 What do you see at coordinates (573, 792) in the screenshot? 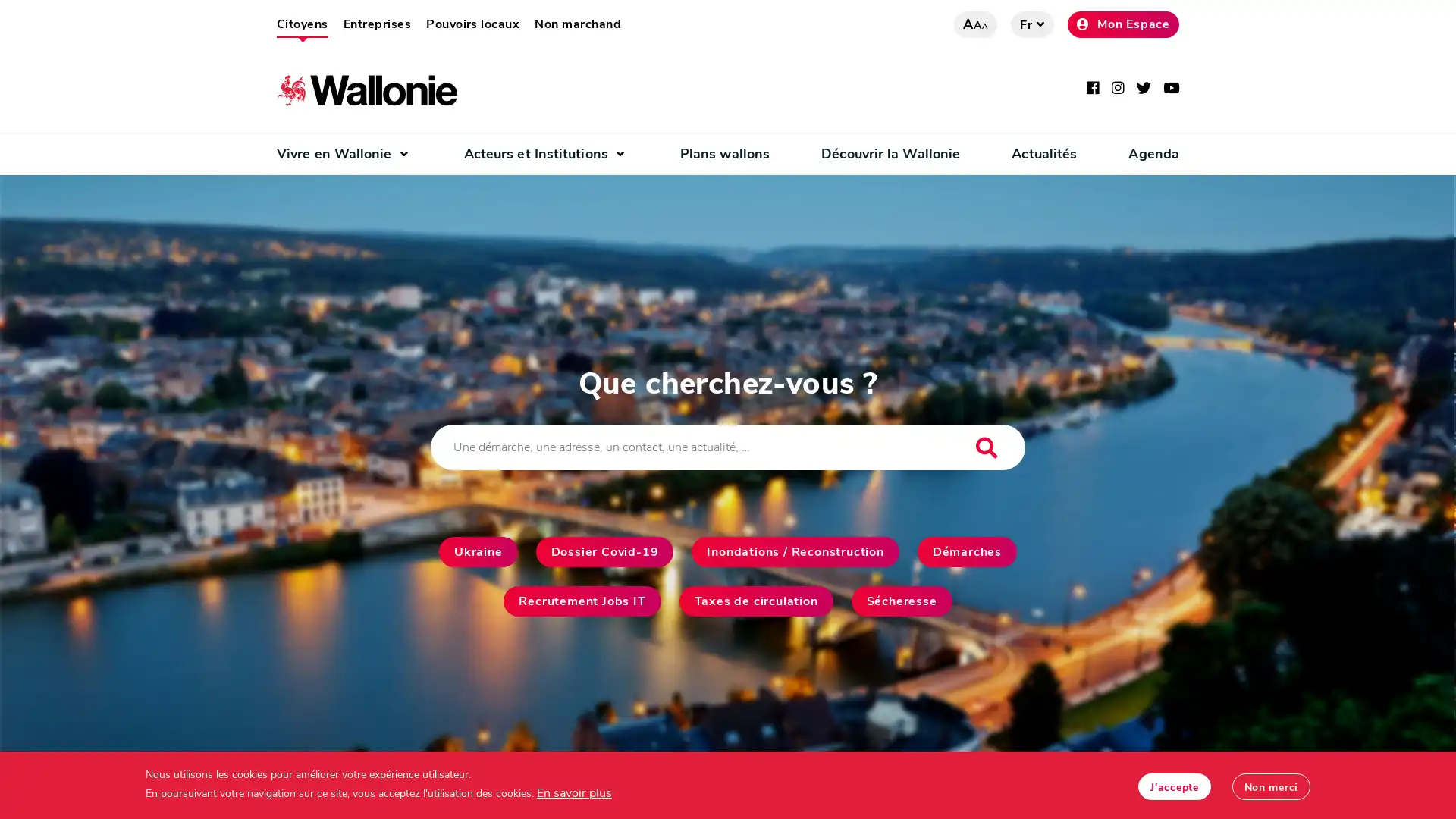
I see `En savoir plus` at bounding box center [573, 792].